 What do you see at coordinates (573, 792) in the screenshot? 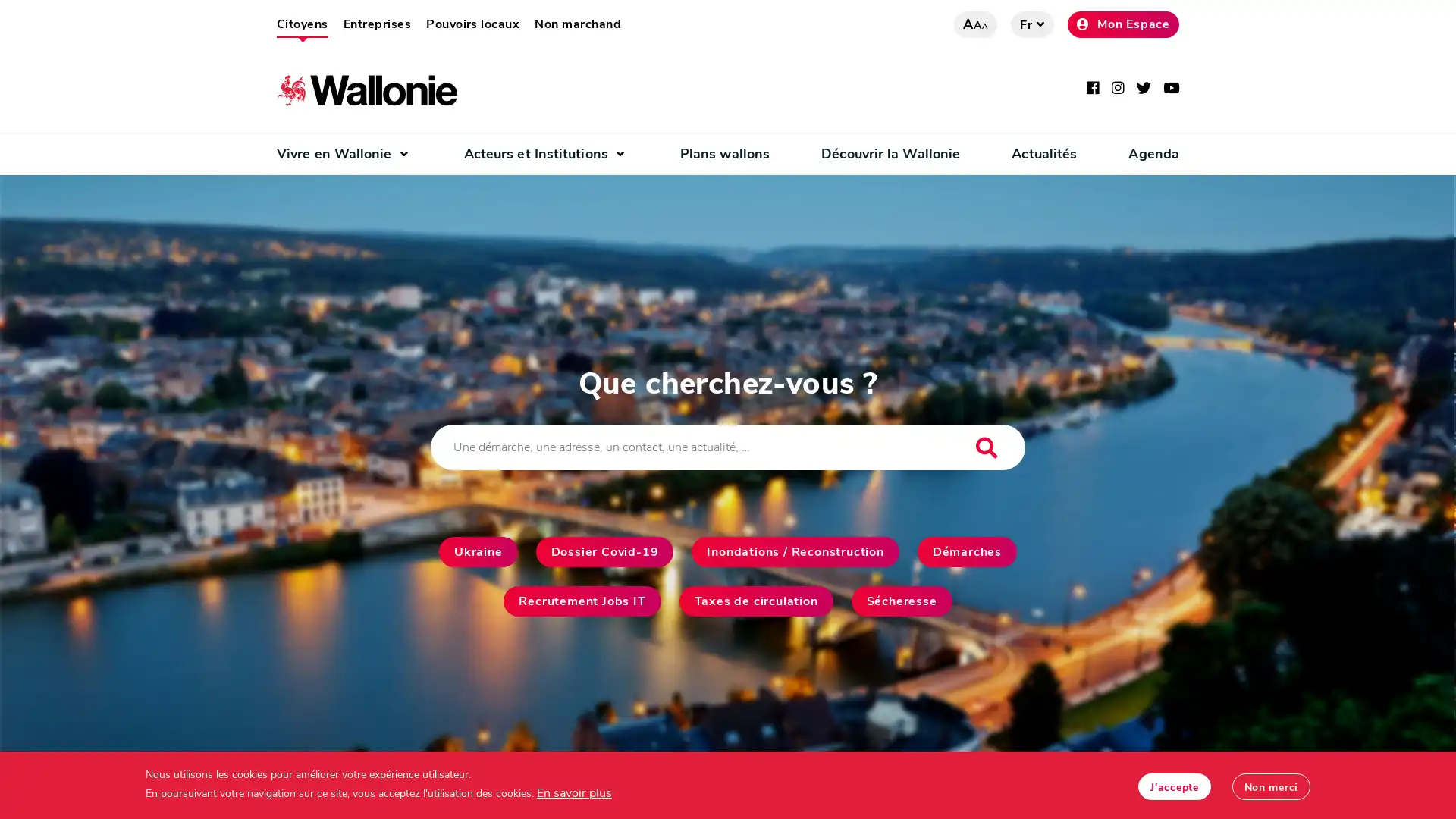
I see `En savoir plus` at bounding box center [573, 792].